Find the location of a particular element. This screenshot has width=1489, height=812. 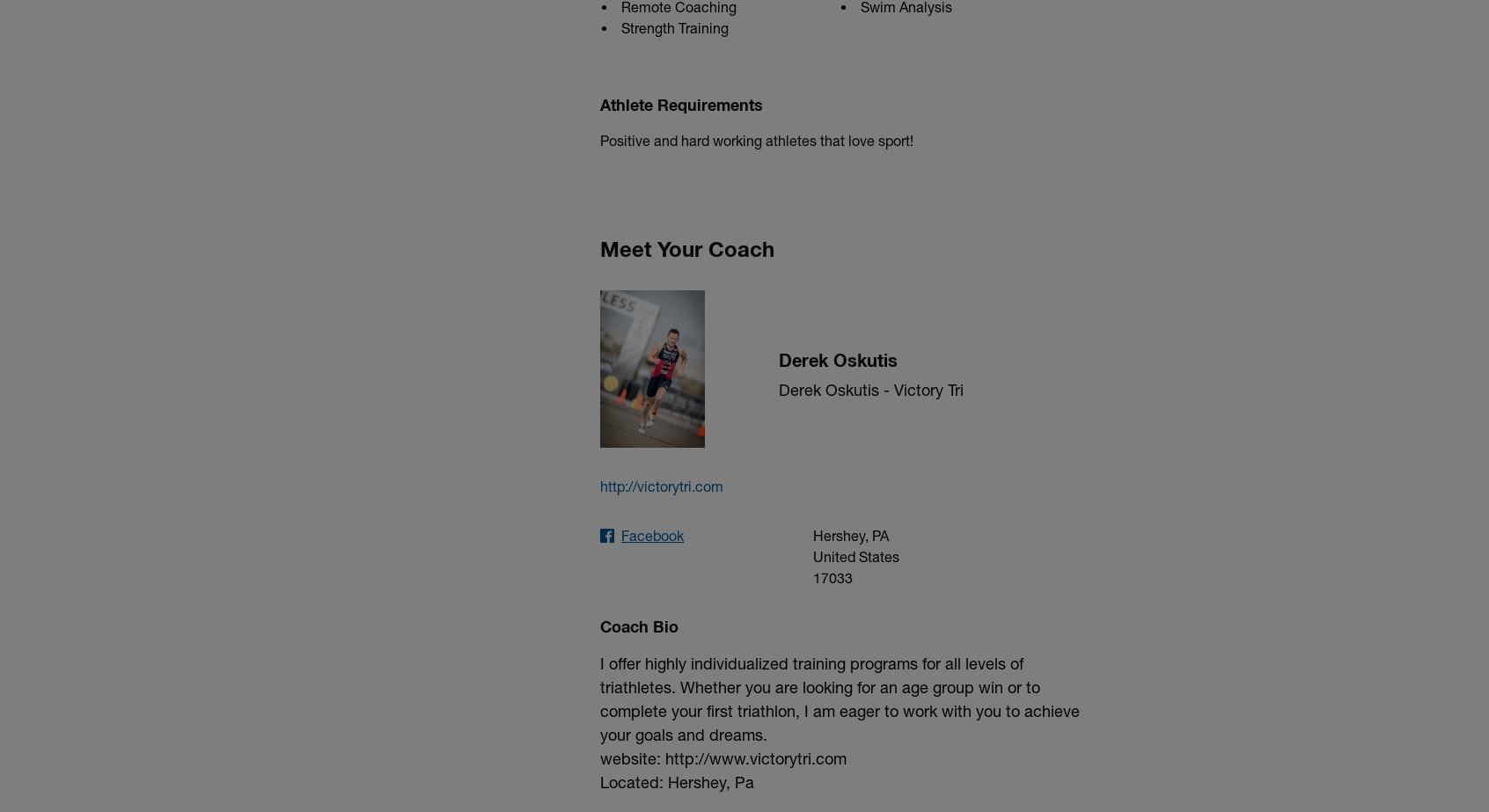

'Meet Your Coach' is located at coordinates (686, 247).